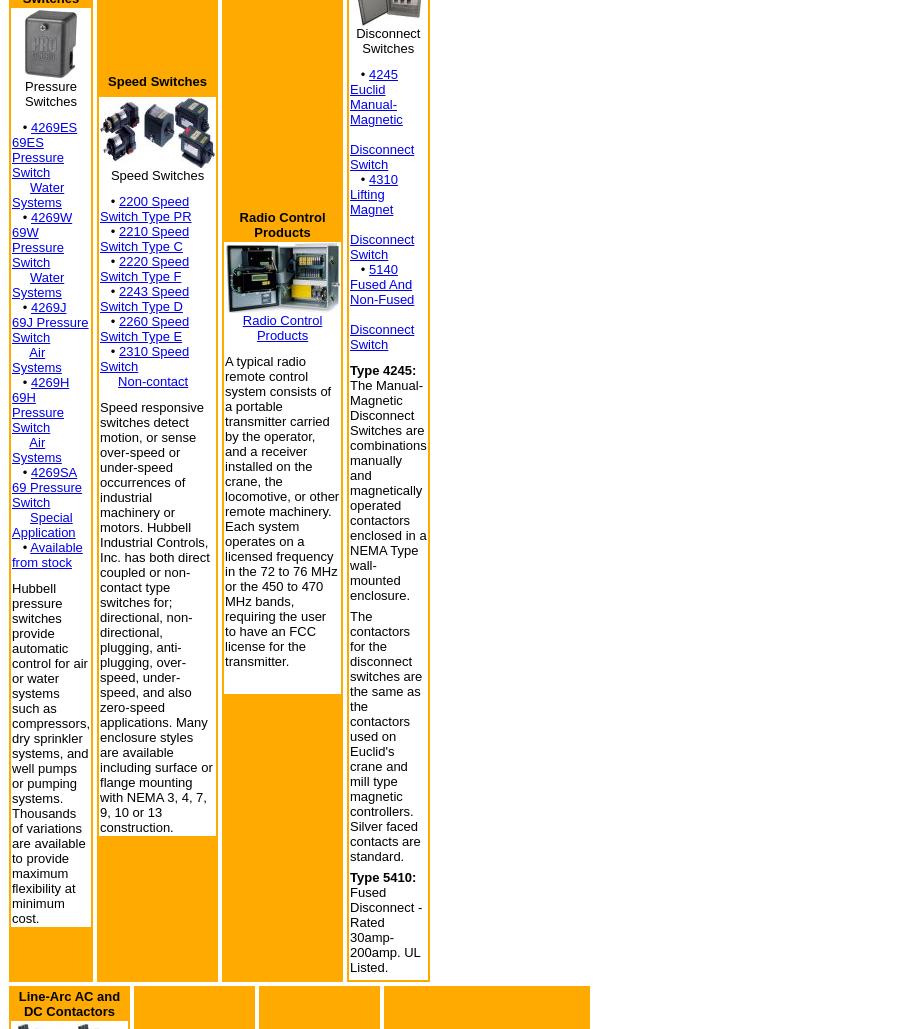 The image size is (916, 1029). I want to click on '2260 Speed Switch Type E', so click(144, 328).